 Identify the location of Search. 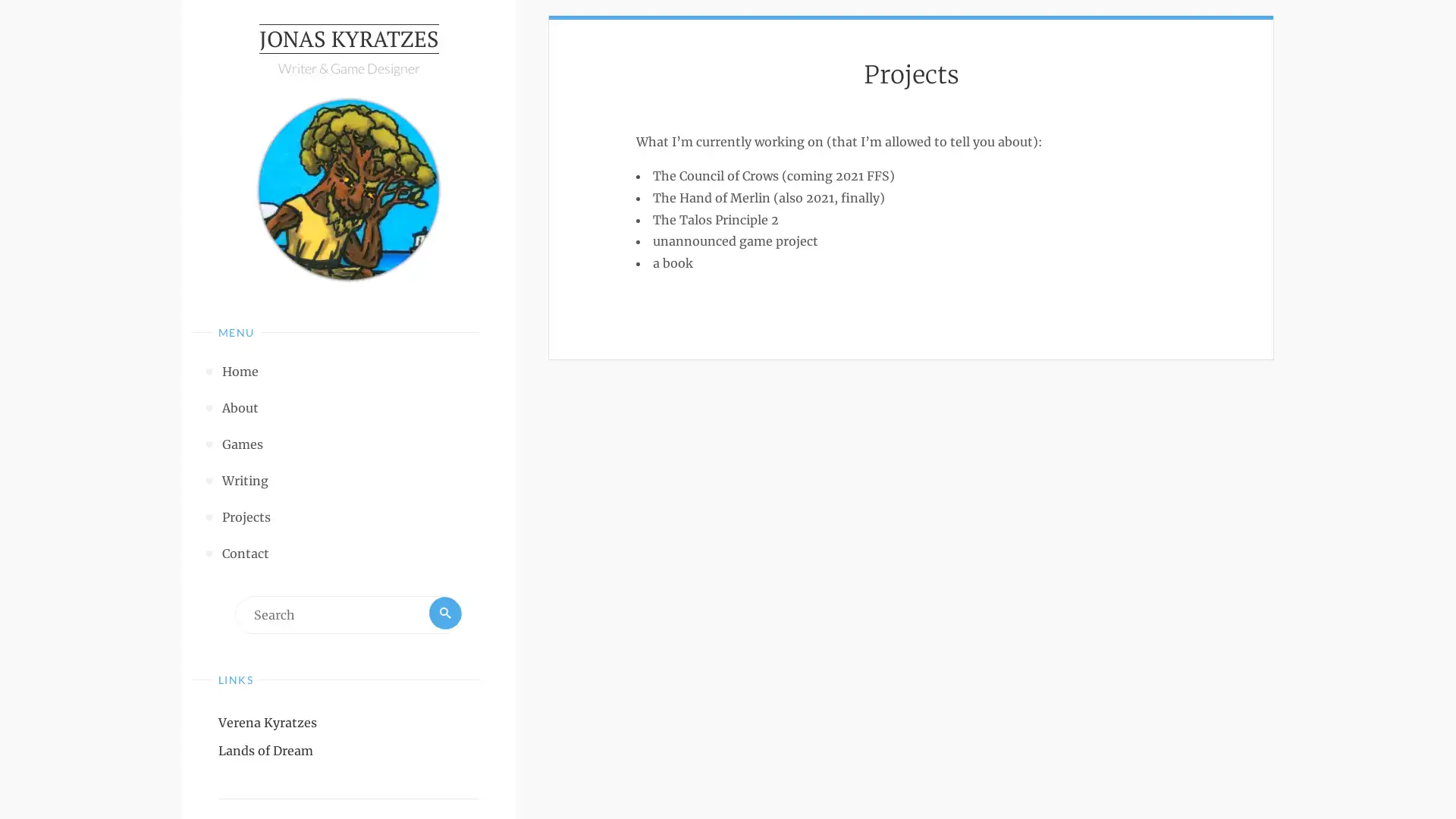
(443, 617).